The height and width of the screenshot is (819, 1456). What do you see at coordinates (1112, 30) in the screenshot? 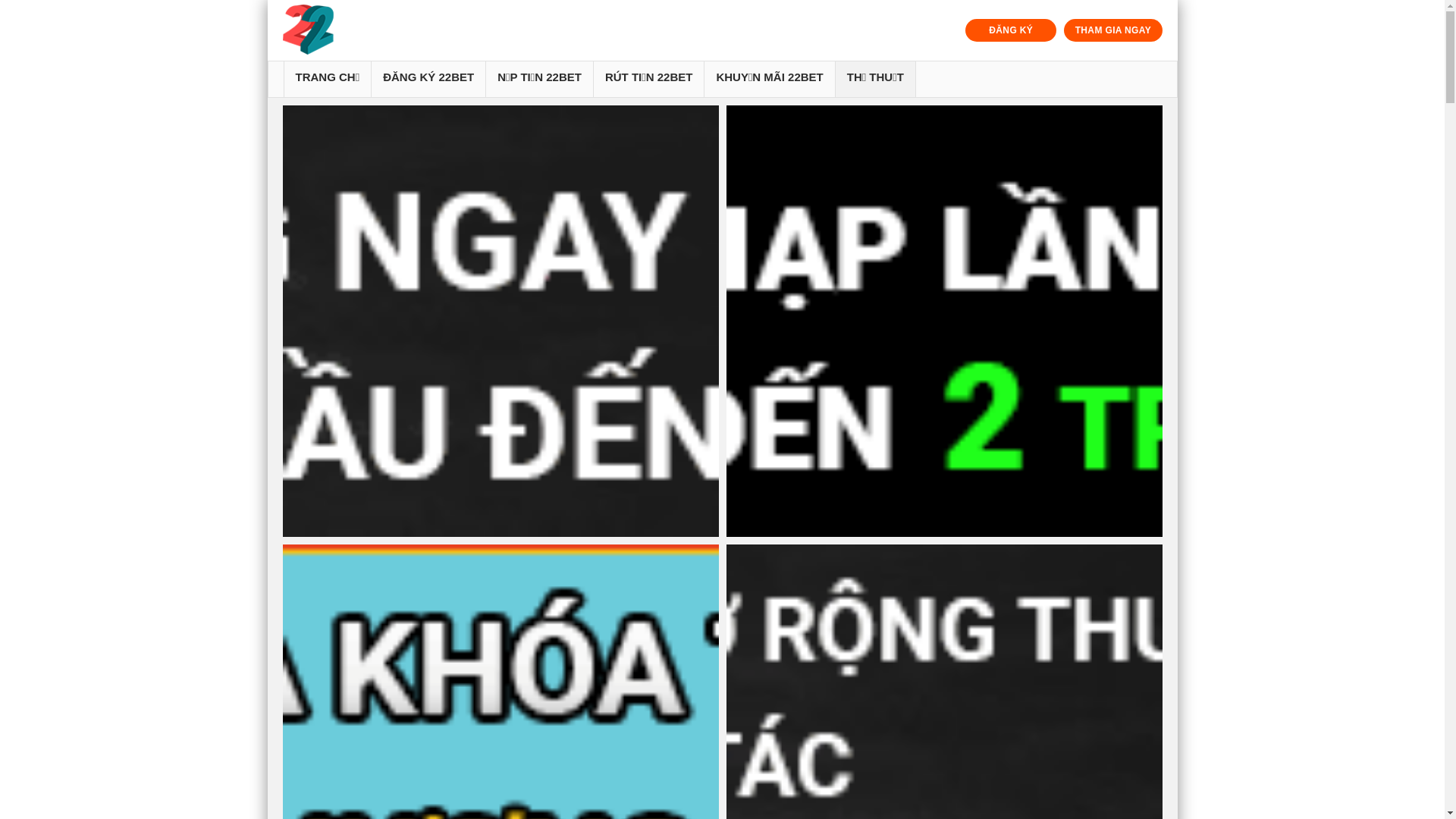
I see `'THAM GIA NGAY'` at bounding box center [1112, 30].